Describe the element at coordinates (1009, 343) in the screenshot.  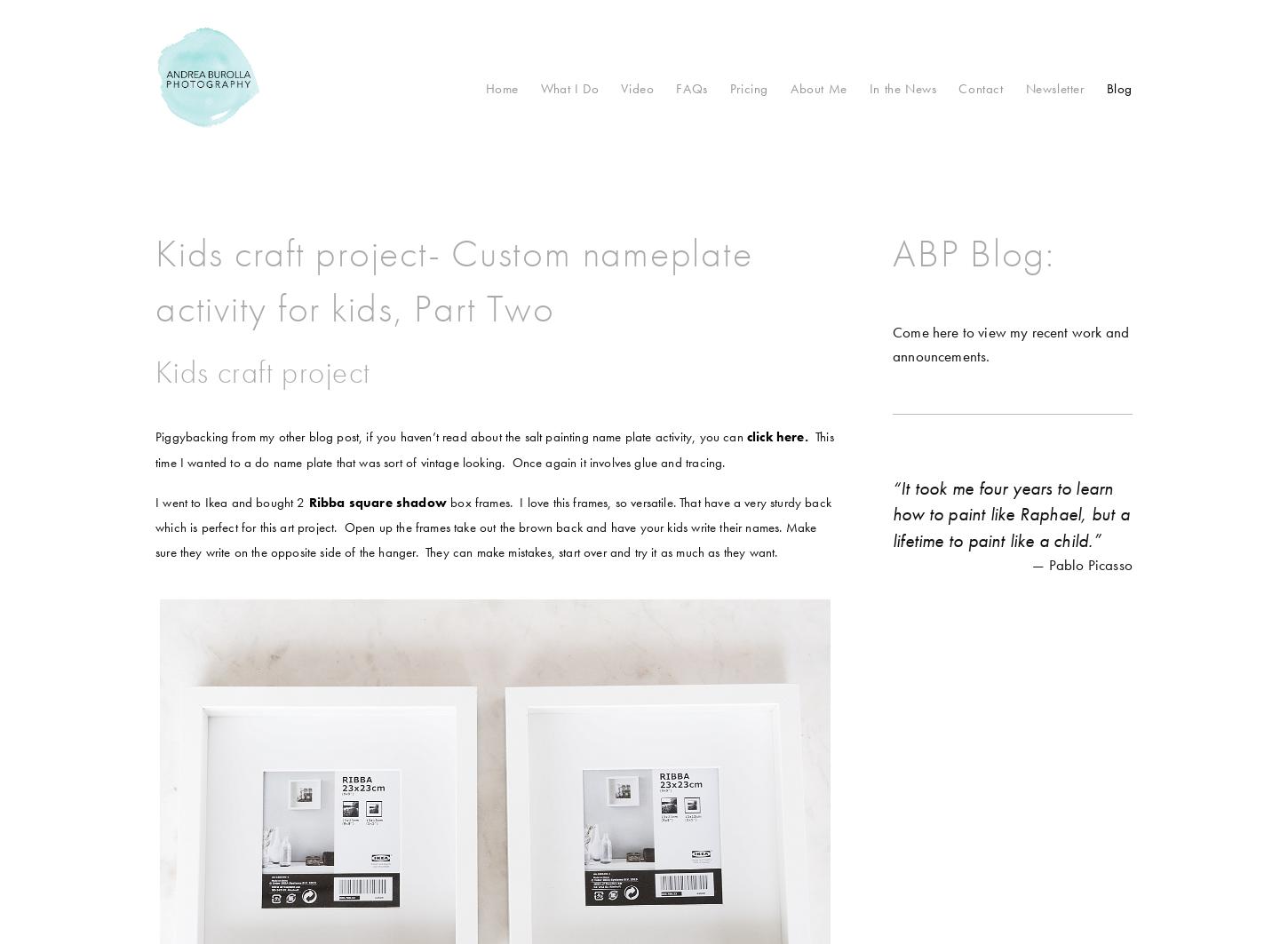
I see `'Come here to view my recent work and announcements.'` at that location.